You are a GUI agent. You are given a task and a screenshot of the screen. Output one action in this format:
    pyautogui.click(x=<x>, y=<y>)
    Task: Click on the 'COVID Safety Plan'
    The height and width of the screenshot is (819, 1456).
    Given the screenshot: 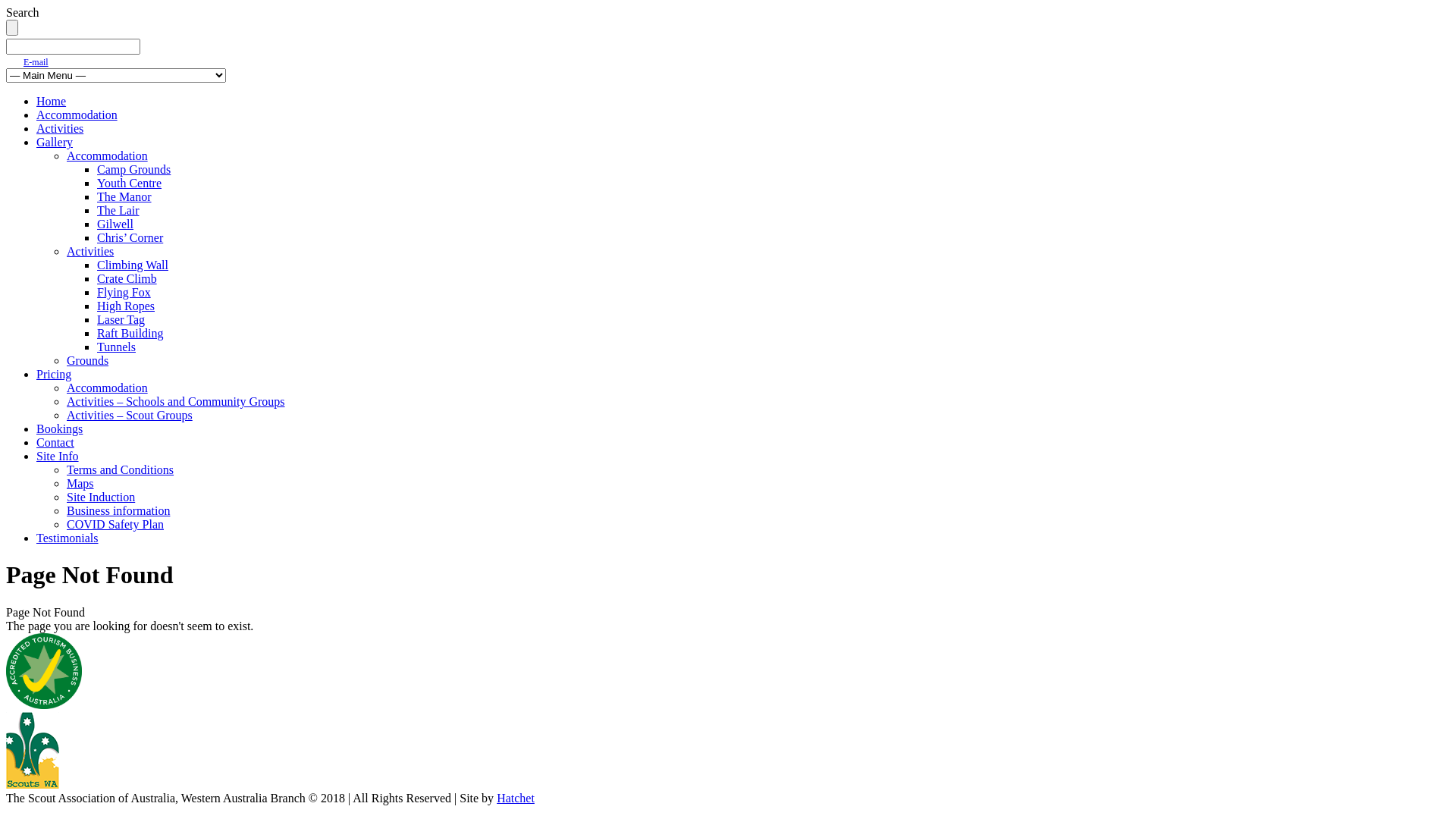 What is the action you would take?
    pyautogui.click(x=115, y=523)
    